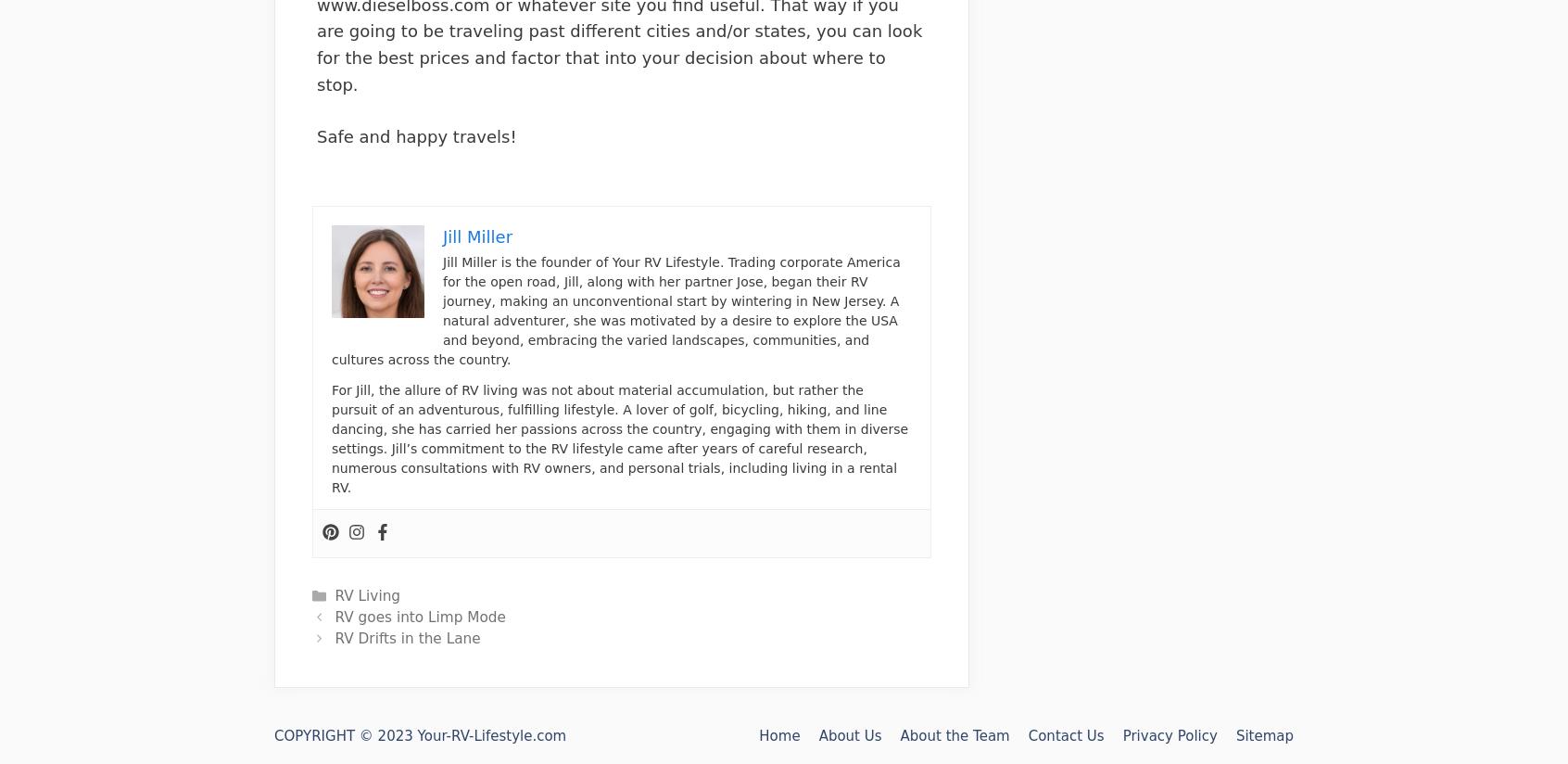 Image resolution: width=1568 pixels, height=764 pixels. Describe the element at coordinates (406, 638) in the screenshot. I see `'RV Drifts in the Lane'` at that location.